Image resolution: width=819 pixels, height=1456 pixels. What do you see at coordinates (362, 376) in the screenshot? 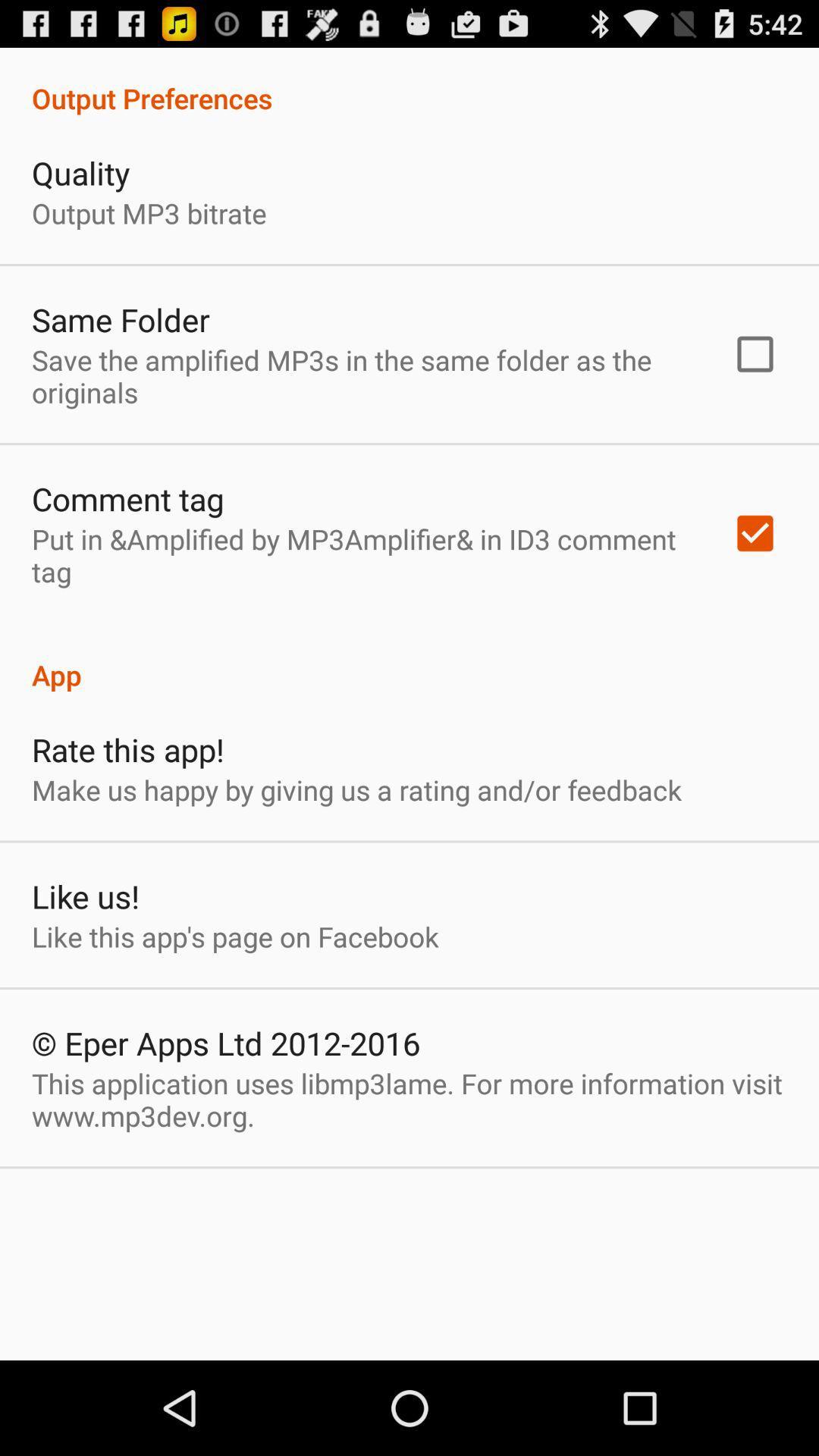
I see `the icon below the same folder item` at bounding box center [362, 376].